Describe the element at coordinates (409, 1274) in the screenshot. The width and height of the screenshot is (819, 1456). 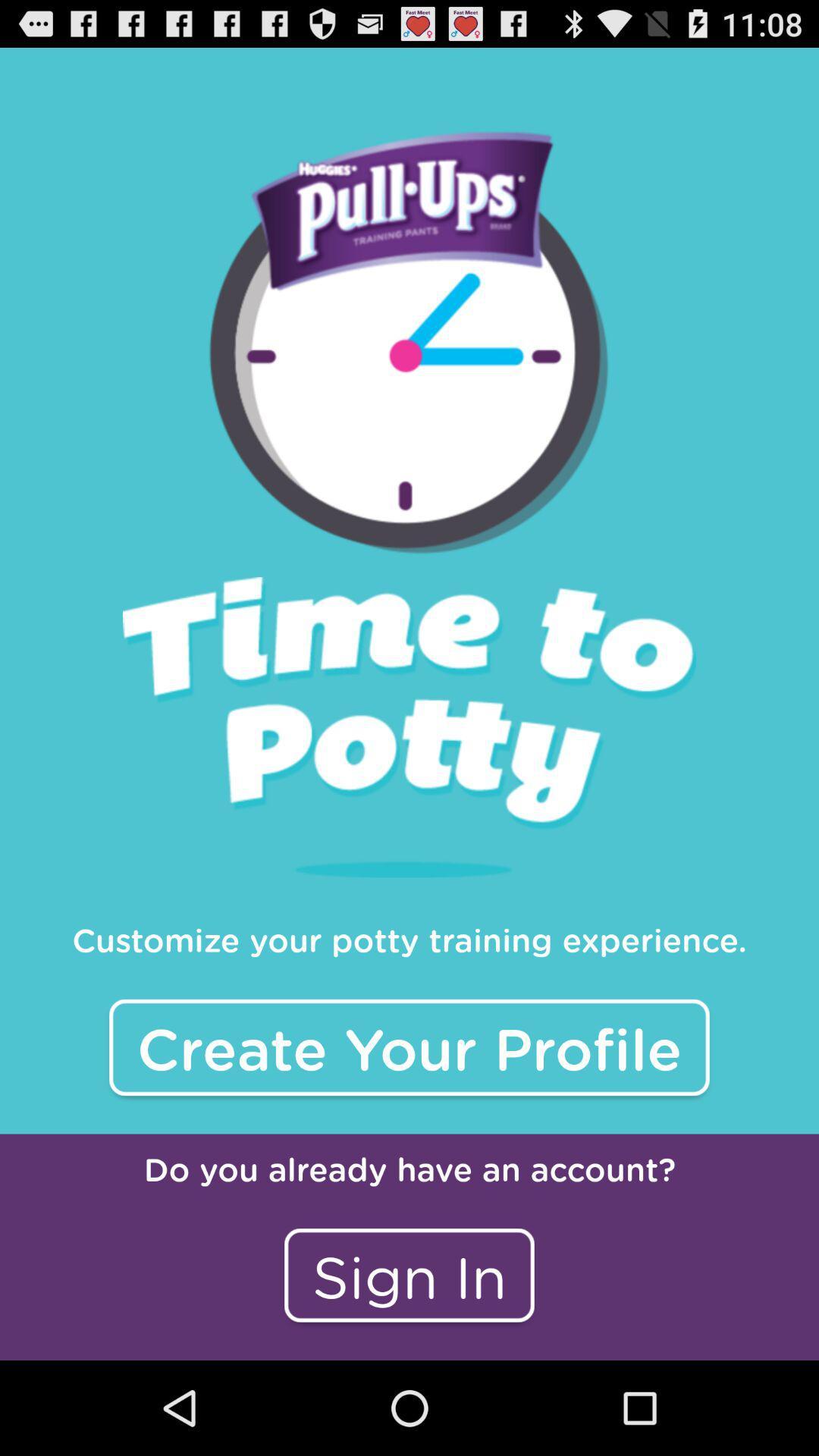
I see `the sign in icon` at that location.